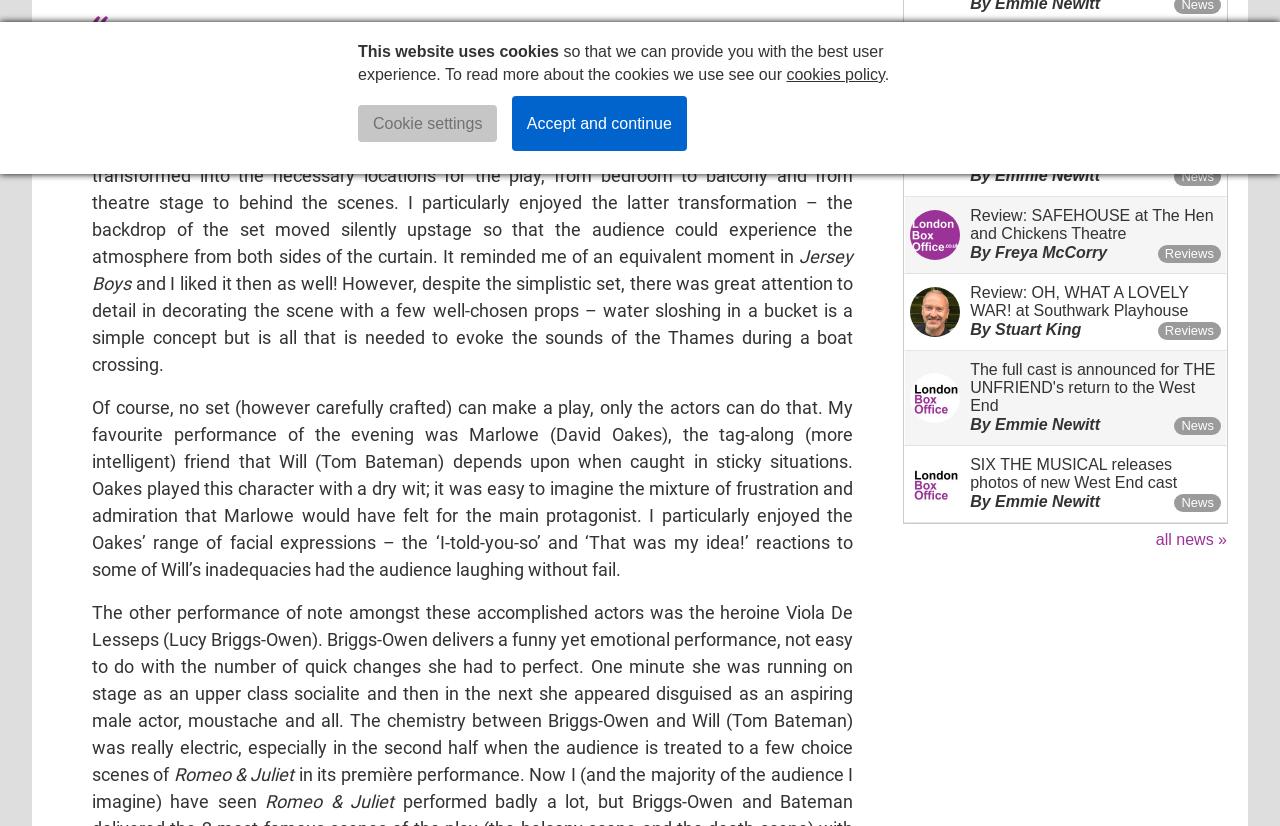  I want to click on 'The cast of THE NUTCRACKER: A VERY ADULT PANTOMIME is announced', so click(1093, 137).